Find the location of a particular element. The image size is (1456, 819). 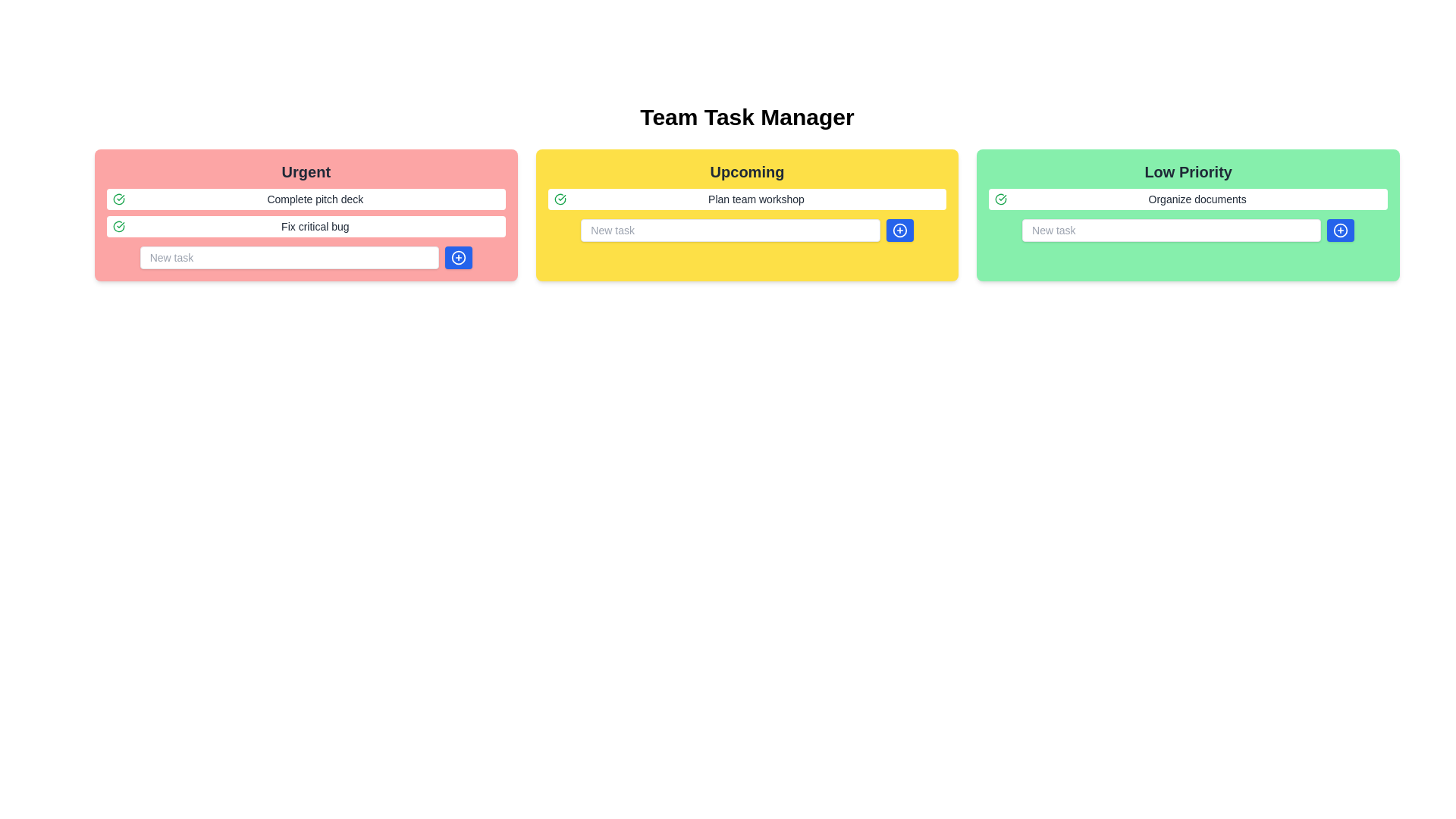

the action button styled as an icon located in the yellow 'Upcoming' section is located at coordinates (899, 231).